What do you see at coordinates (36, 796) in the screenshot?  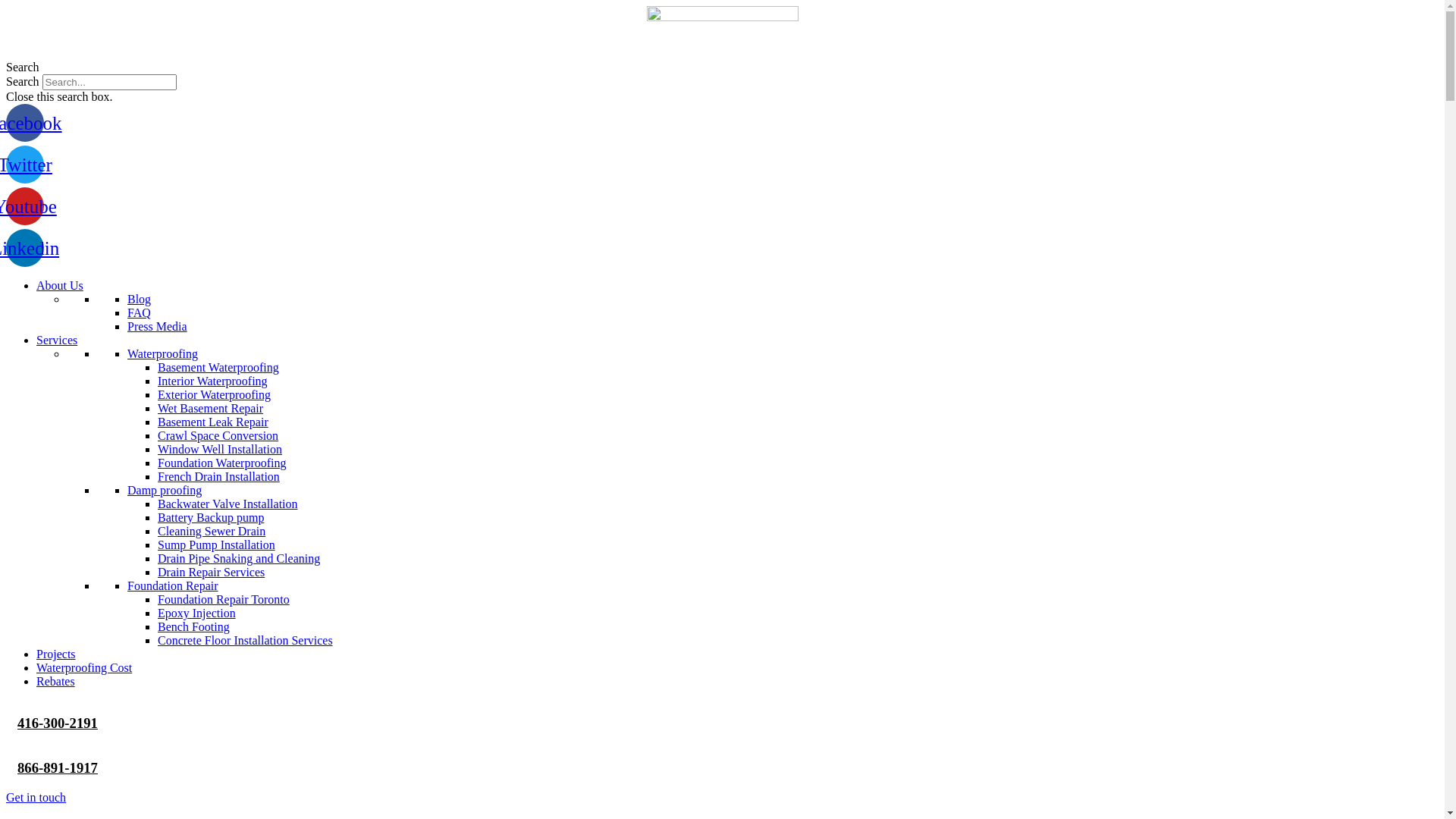 I see `'Get in touch'` at bounding box center [36, 796].